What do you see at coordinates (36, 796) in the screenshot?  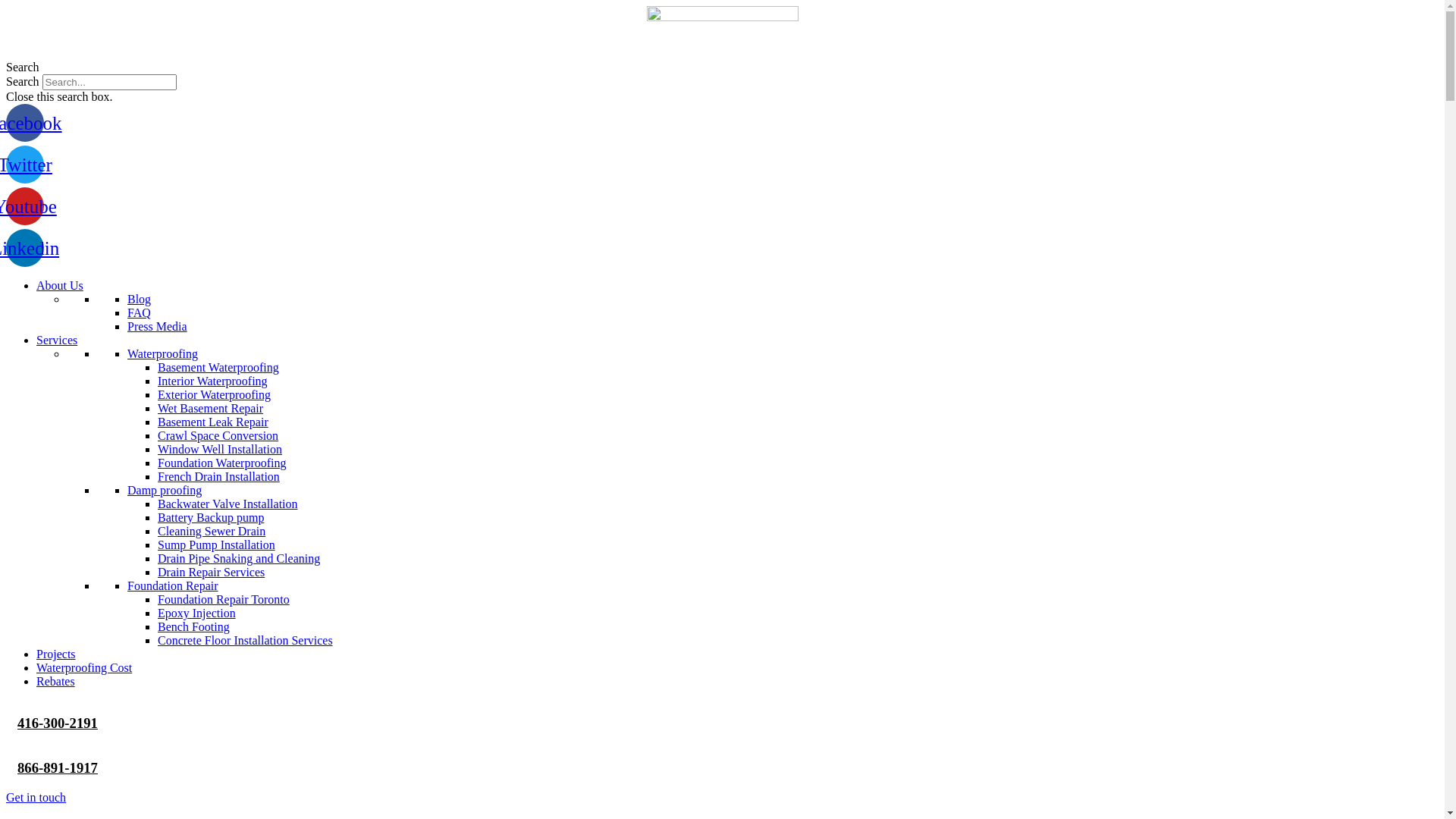 I see `'Get in touch'` at bounding box center [36, 796].